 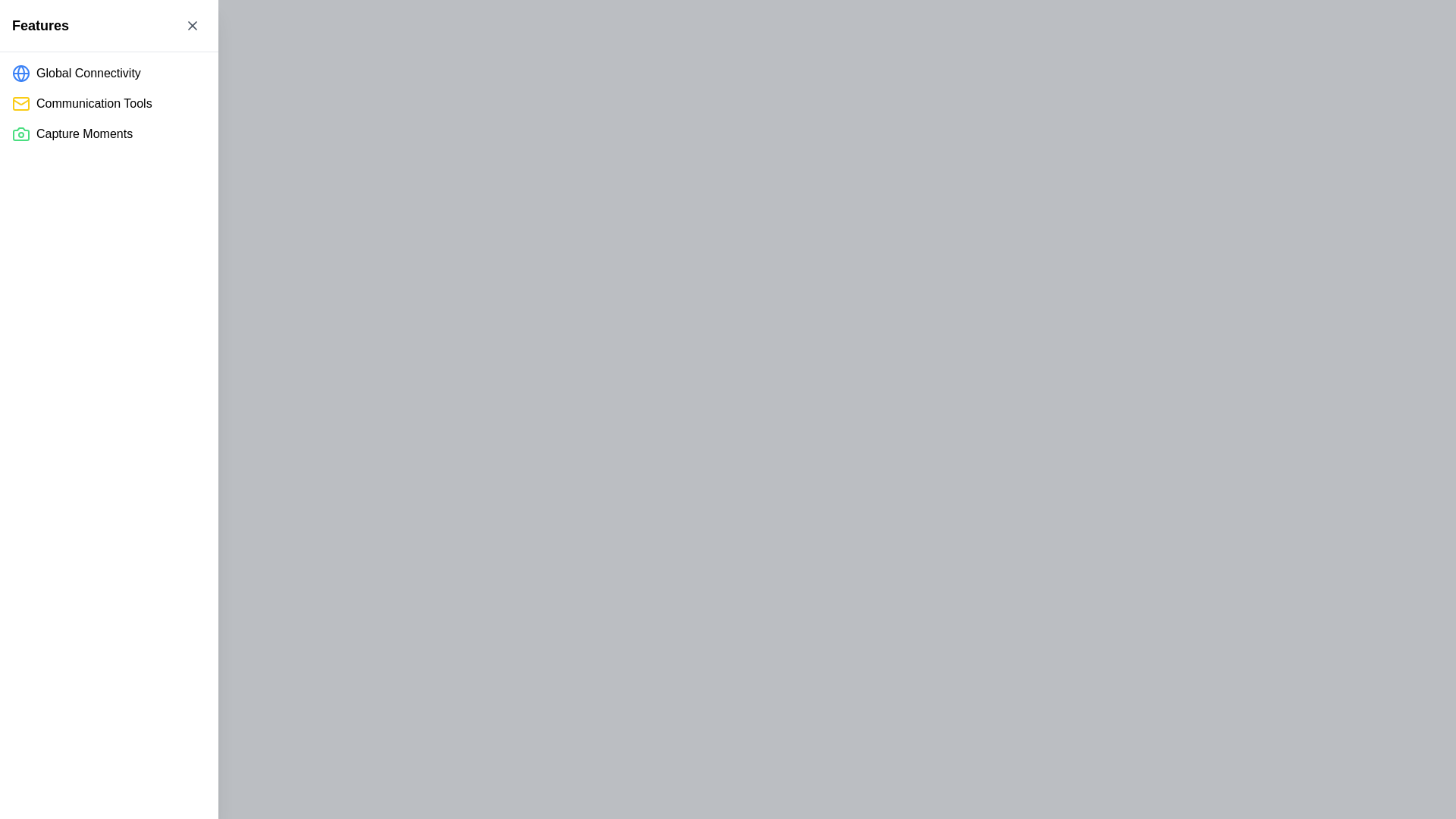 I want to click on the third list item with an icon, which represents capturing moments, so click(x=108, y=133).